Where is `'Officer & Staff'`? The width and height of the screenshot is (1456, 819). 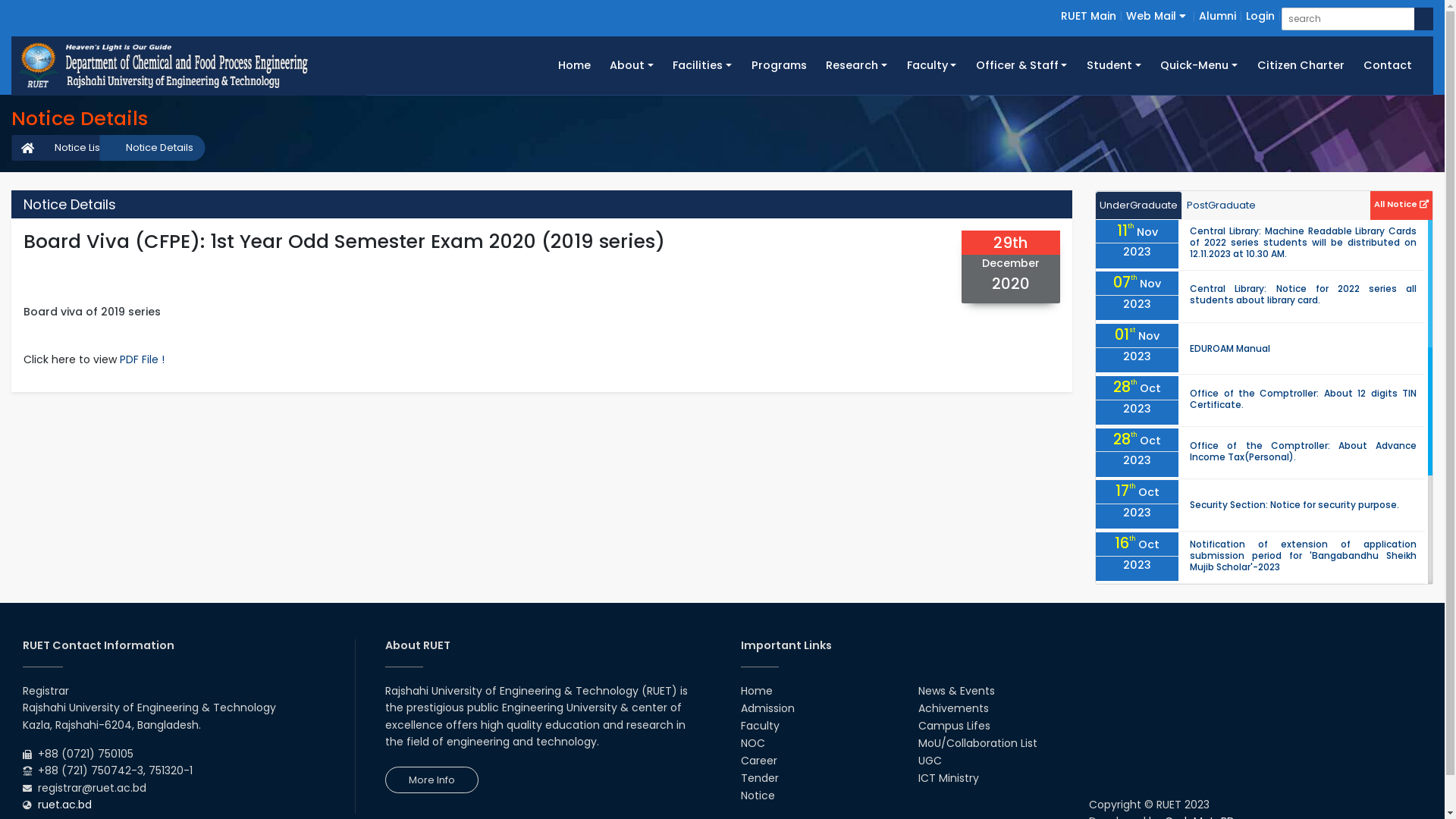 'Officer & Staff' is located at coordinates (1021, 64).